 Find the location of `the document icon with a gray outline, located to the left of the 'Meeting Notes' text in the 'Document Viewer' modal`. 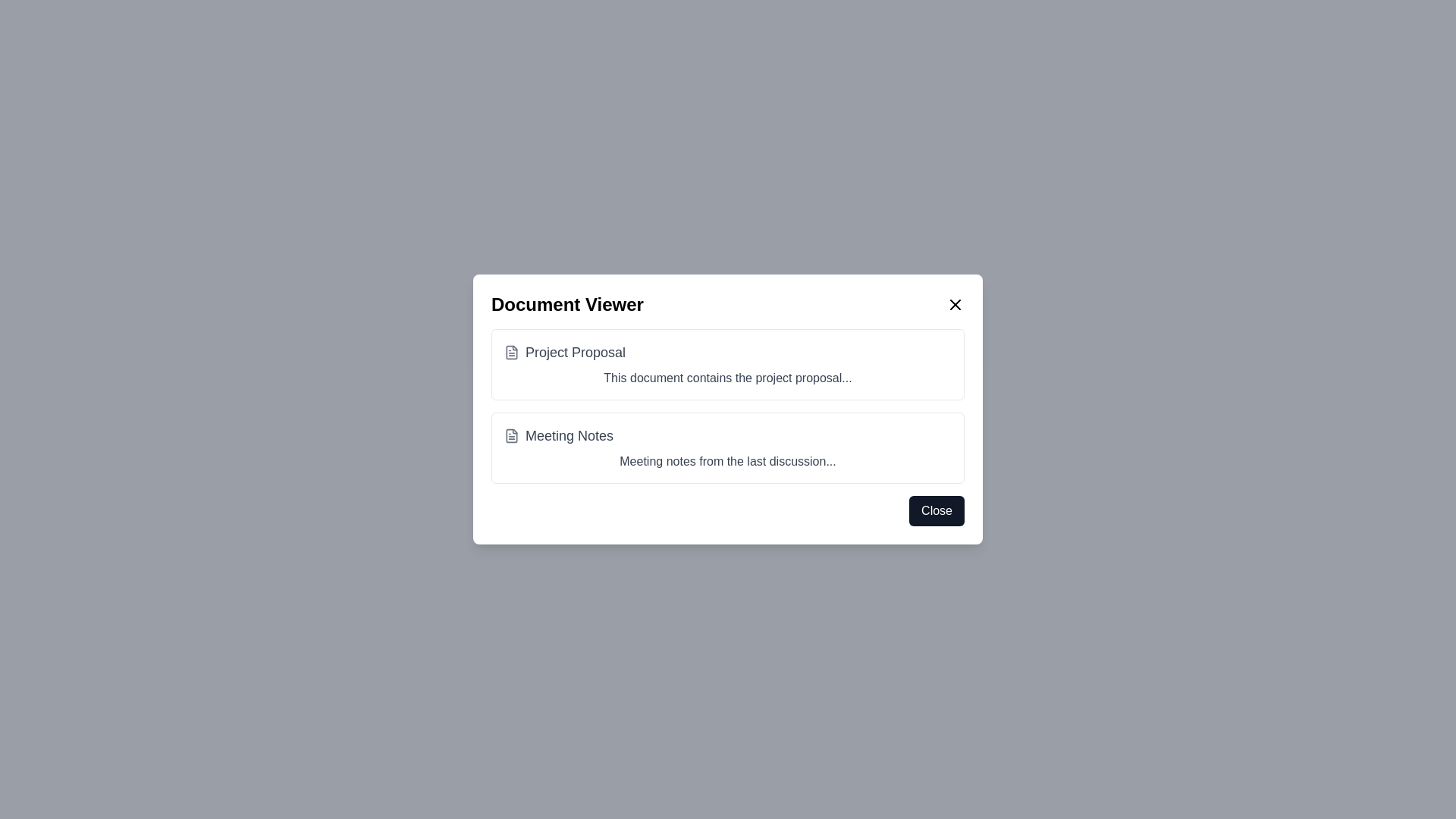

the document icon with a gray outline, located to the left of the 'Meeting Notes' text in the 'Document Viewer' modal is located at coordinates (512, 435).